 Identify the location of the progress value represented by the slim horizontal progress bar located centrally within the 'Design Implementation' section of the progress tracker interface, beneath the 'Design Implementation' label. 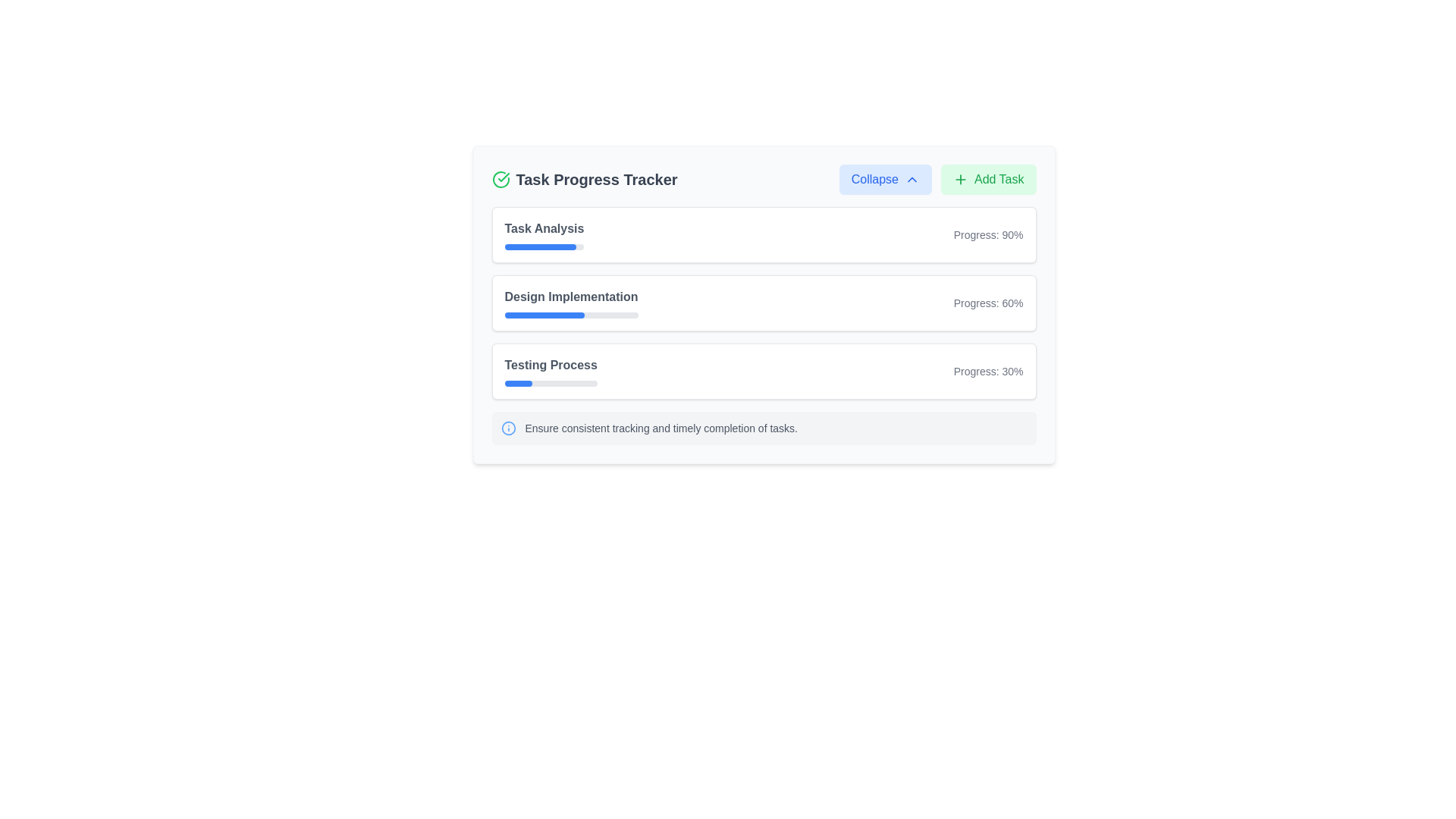
(570, 315).